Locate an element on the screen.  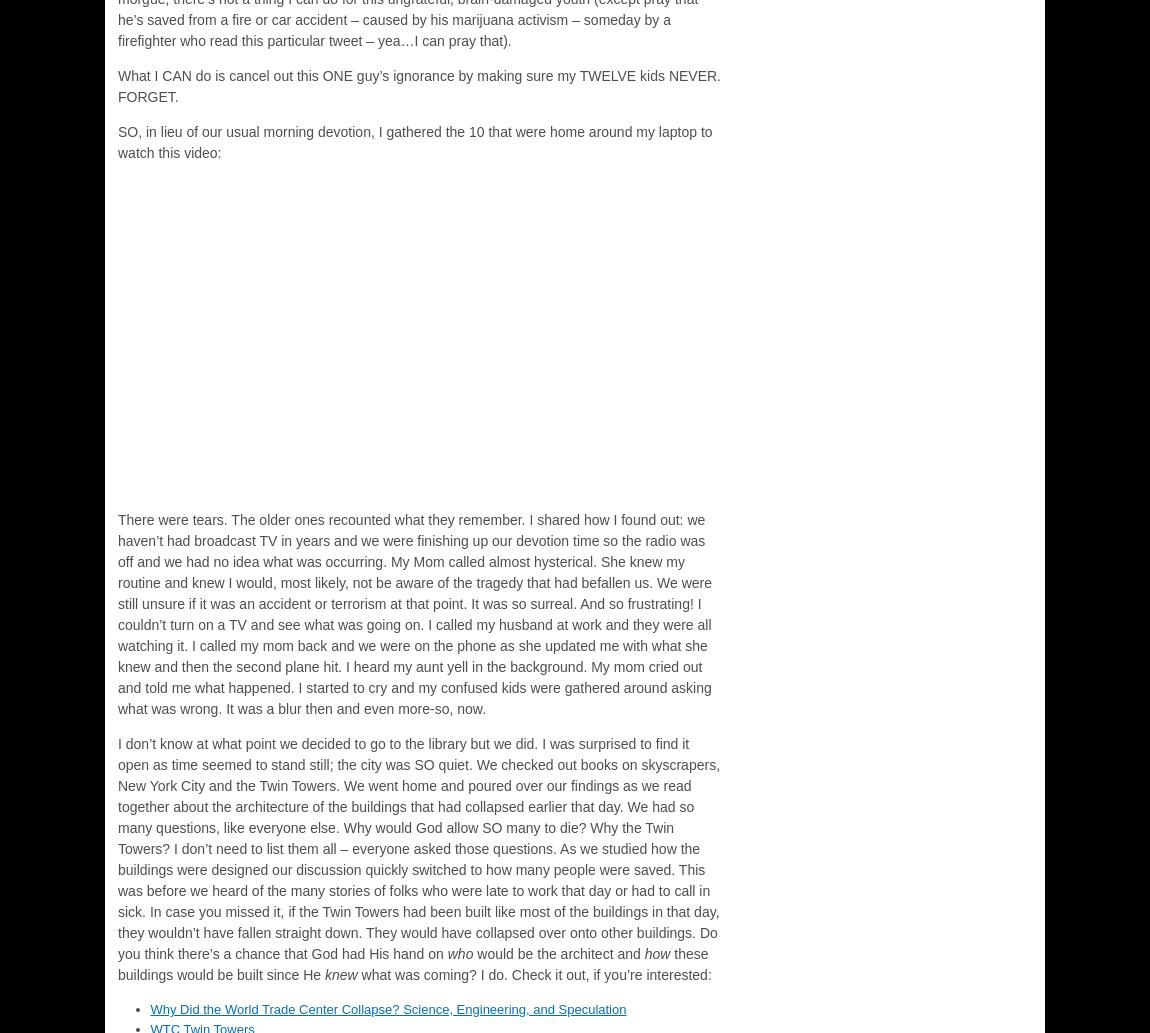
'What I CAN do is cancel out this ONE guy’s ignorance by making sure my TWELVE kids NEVER. FORGET.' is located at coordinates (116, 86).